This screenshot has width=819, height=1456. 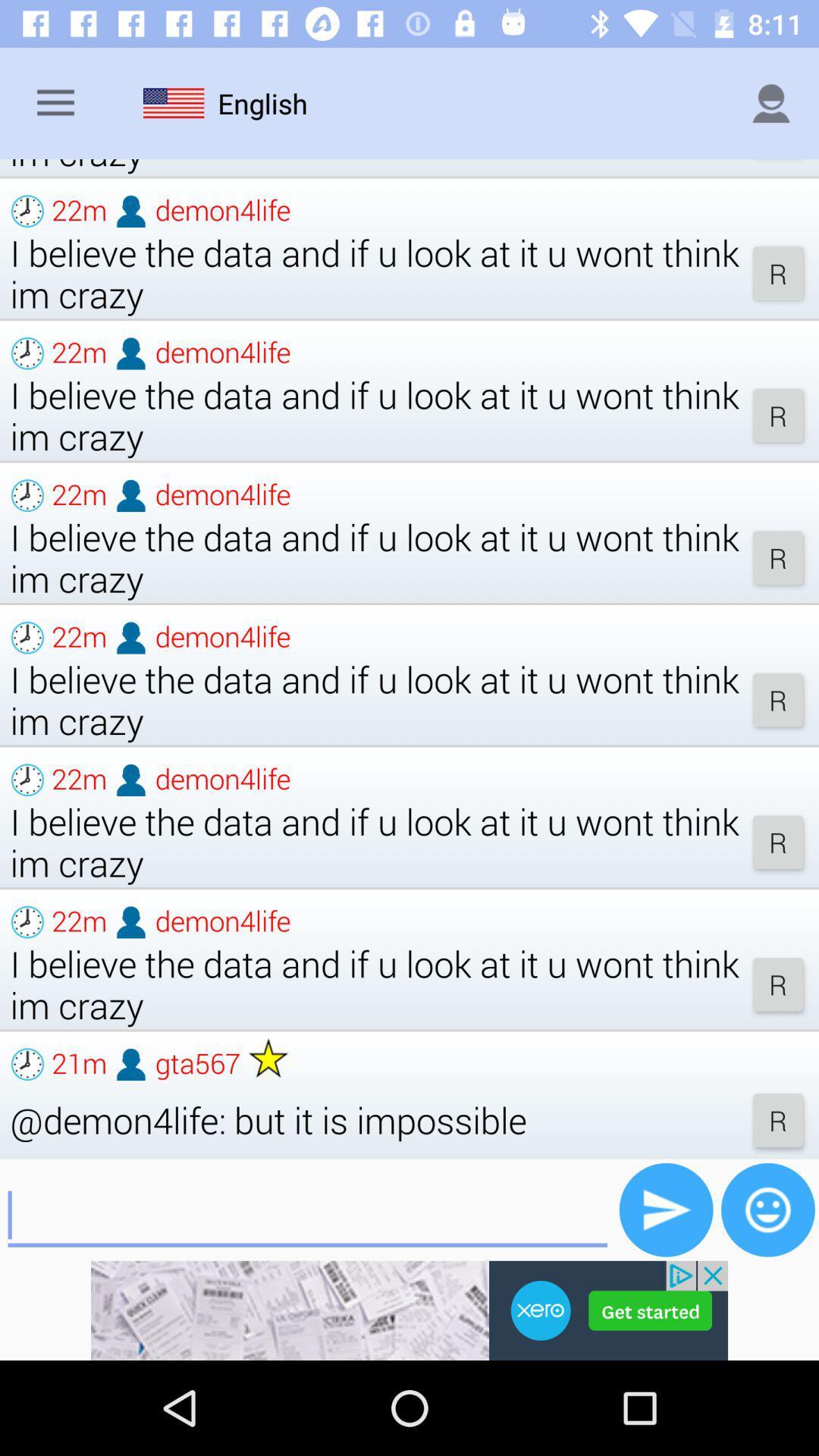 What do you see at coordinates (778, 415) in the screenshot?
I see `the second r button in the page` at bounding box center [778, 415].